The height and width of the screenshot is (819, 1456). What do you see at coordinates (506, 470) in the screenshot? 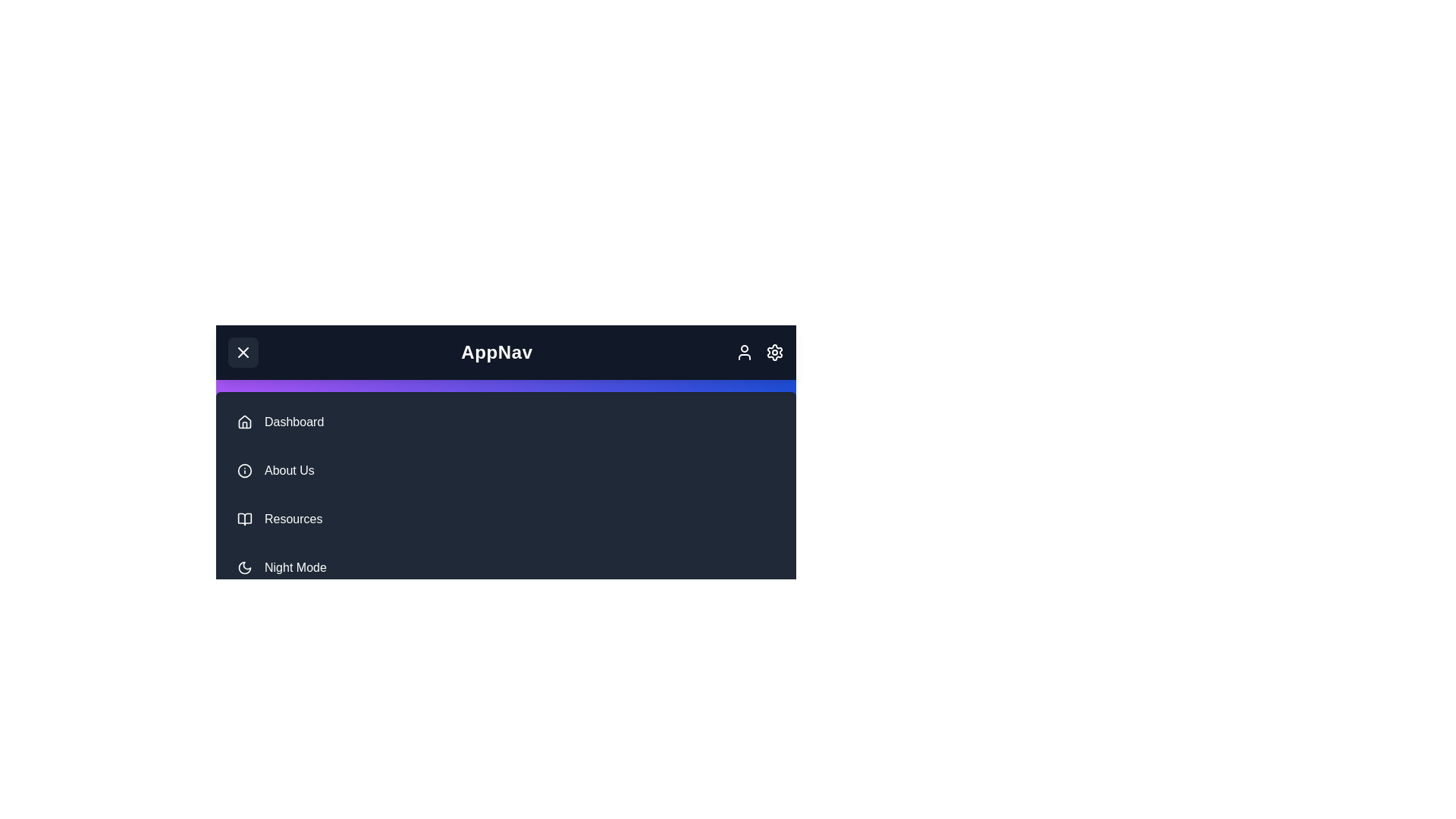
I see `the navigation item About Us to navigate to the corresponding section` at bounding box center [506, 470].